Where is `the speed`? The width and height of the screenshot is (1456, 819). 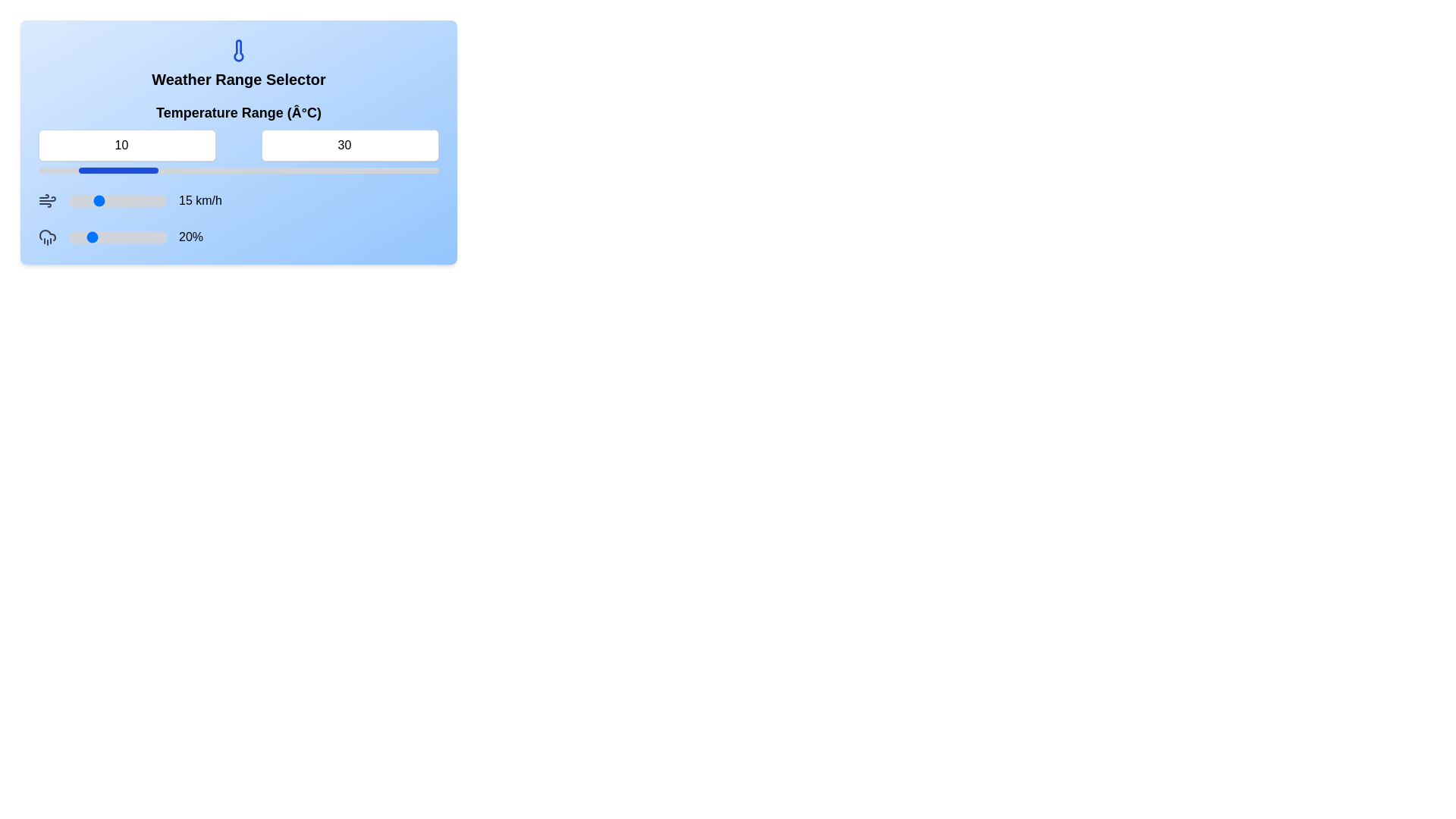 the speed is located at coordinates (152, 200).